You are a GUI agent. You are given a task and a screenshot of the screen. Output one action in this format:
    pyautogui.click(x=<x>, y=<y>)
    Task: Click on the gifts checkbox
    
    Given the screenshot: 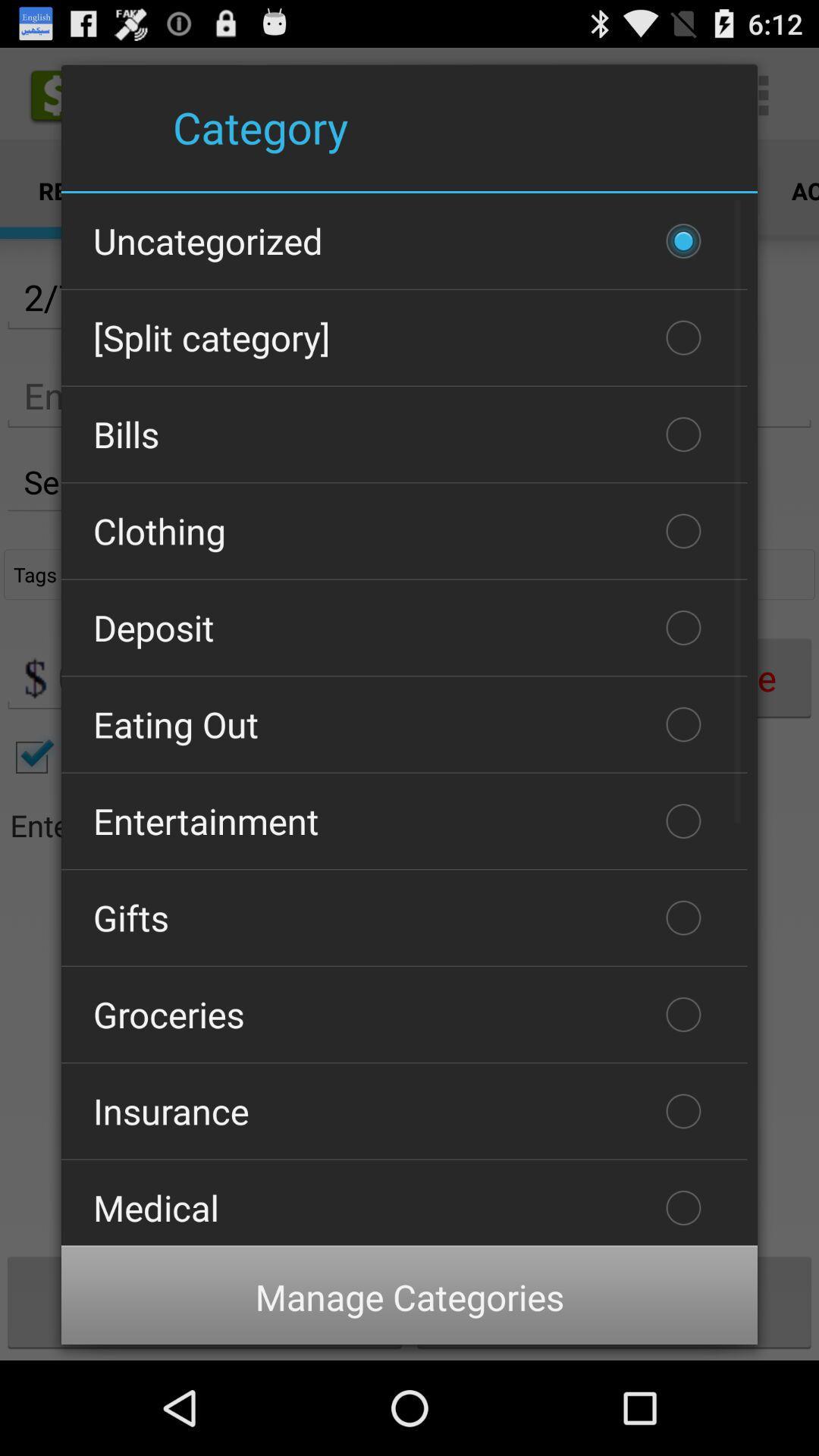 What is the action you would take?
    pyautogui.click(x=403, y=917)
    